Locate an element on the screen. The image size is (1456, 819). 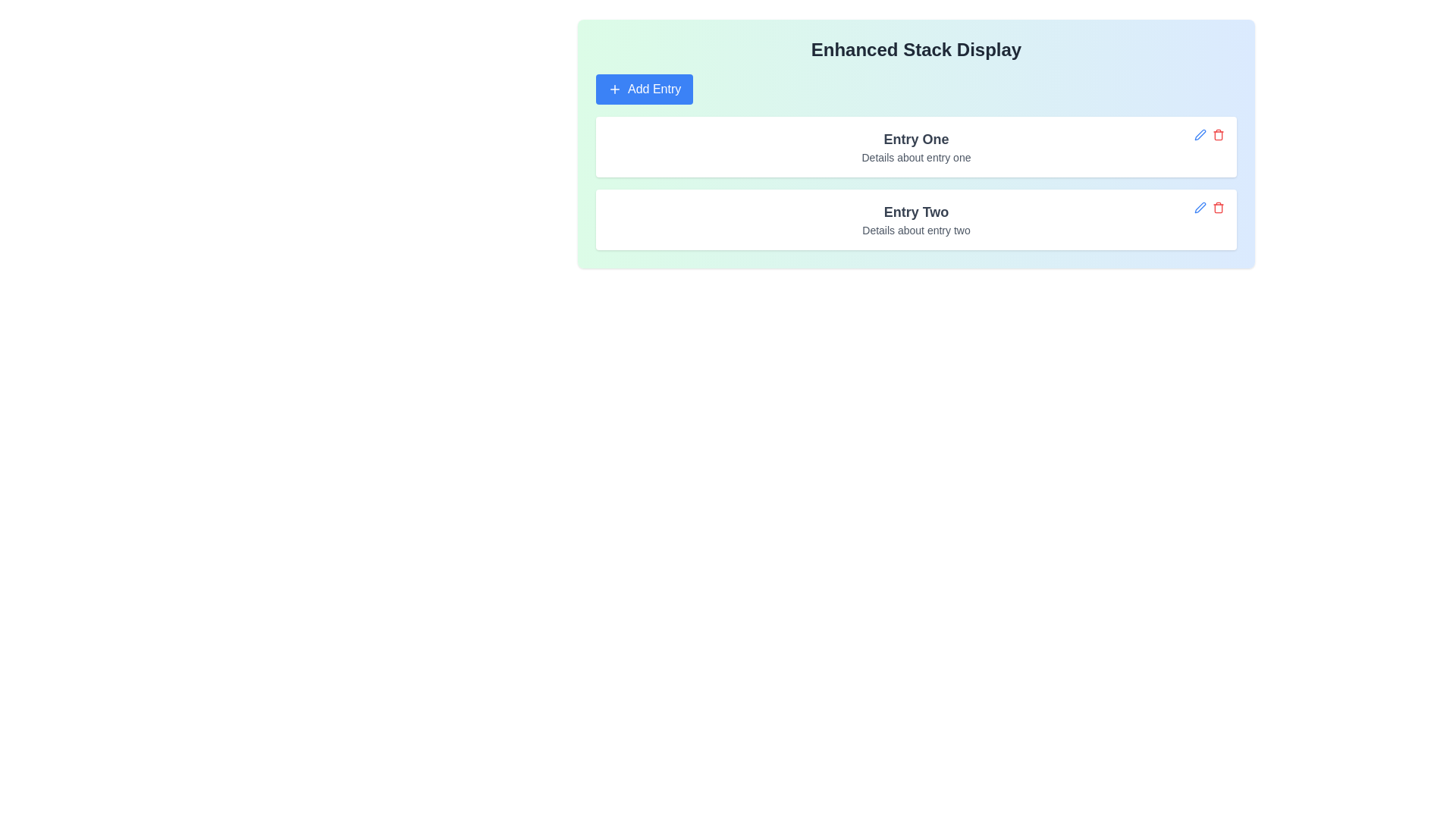
the red trash bin icon, which is the second button in a horizontal group of action buttons located at the top-right corner of the list, to trigger any hover effects is located at coordinates (1219, 133).